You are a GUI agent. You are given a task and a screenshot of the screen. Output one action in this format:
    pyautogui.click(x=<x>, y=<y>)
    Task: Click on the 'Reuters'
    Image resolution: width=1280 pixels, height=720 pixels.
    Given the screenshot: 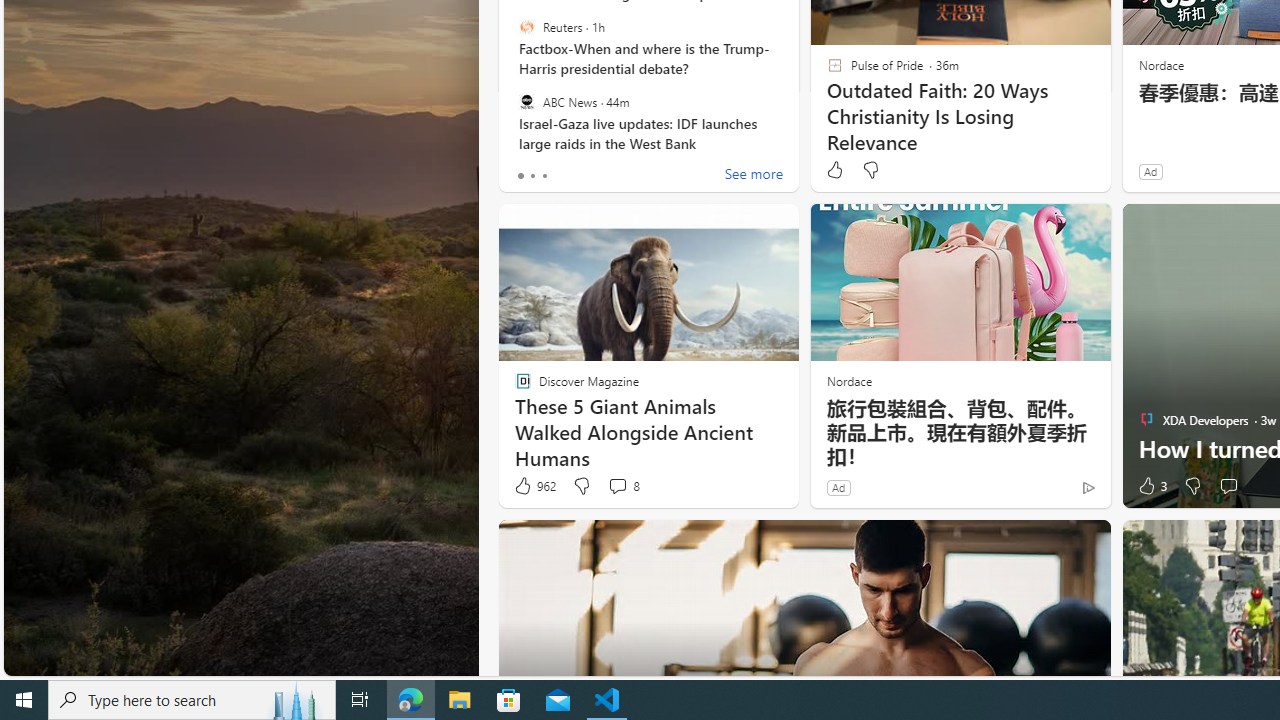 What is the action you would take?
    pyautogui.click(x=526, y=27)
    